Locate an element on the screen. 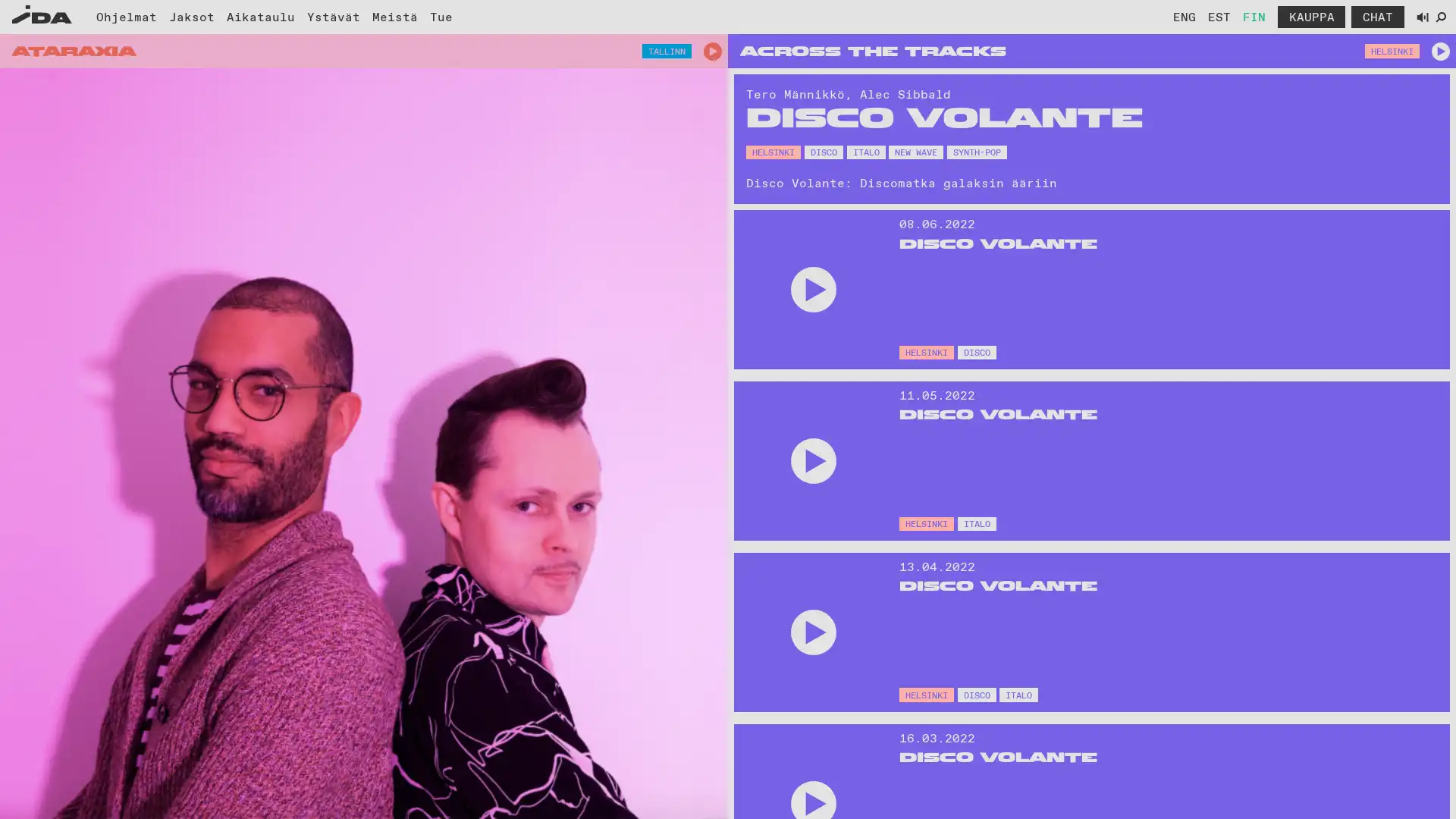 This screenshot has width=1456, height=819. Play is located at coordinates (712, 49).